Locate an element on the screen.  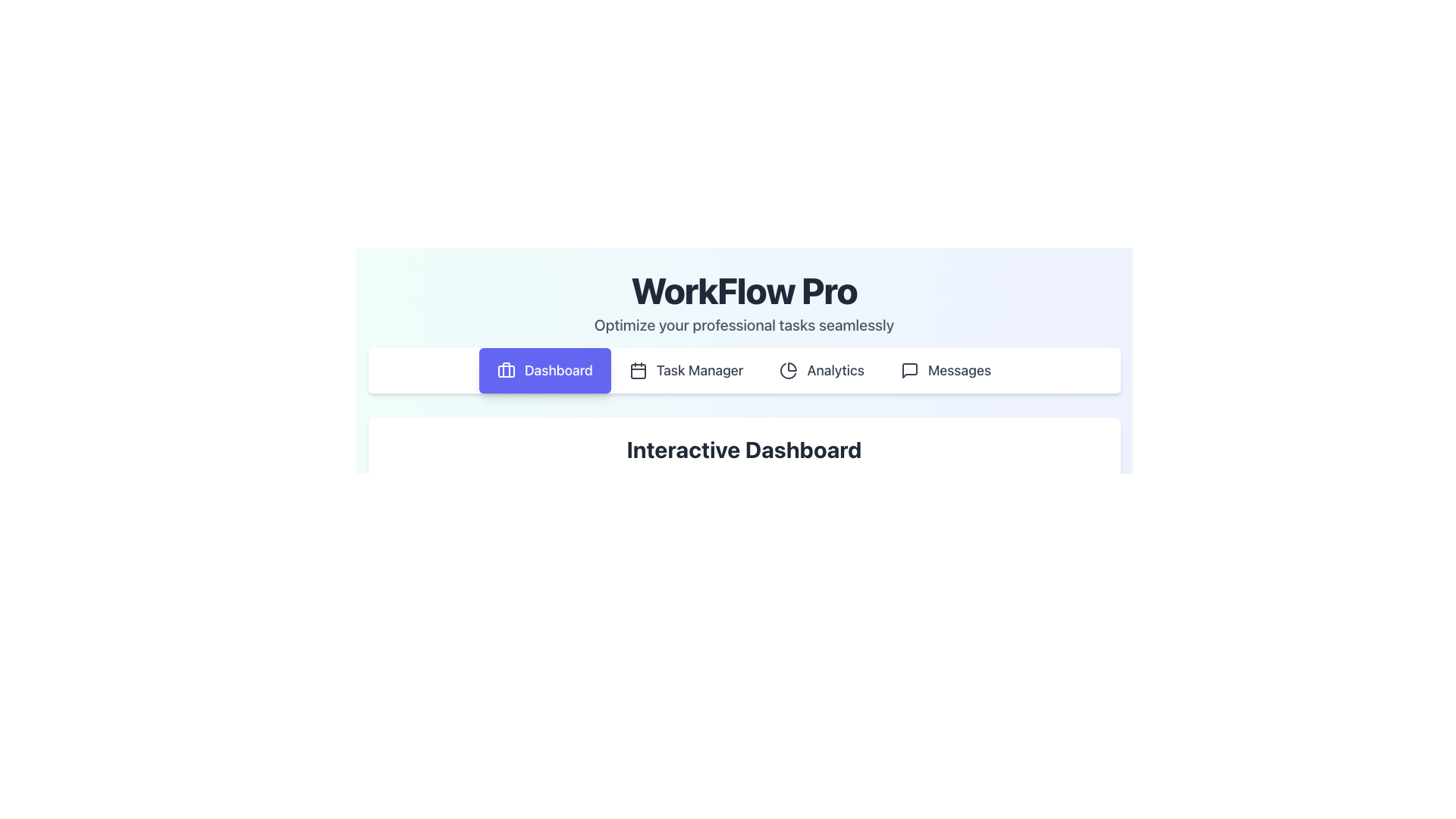
the calendar icon within the 'Task Manager' button is located at coordinates (638, 371).